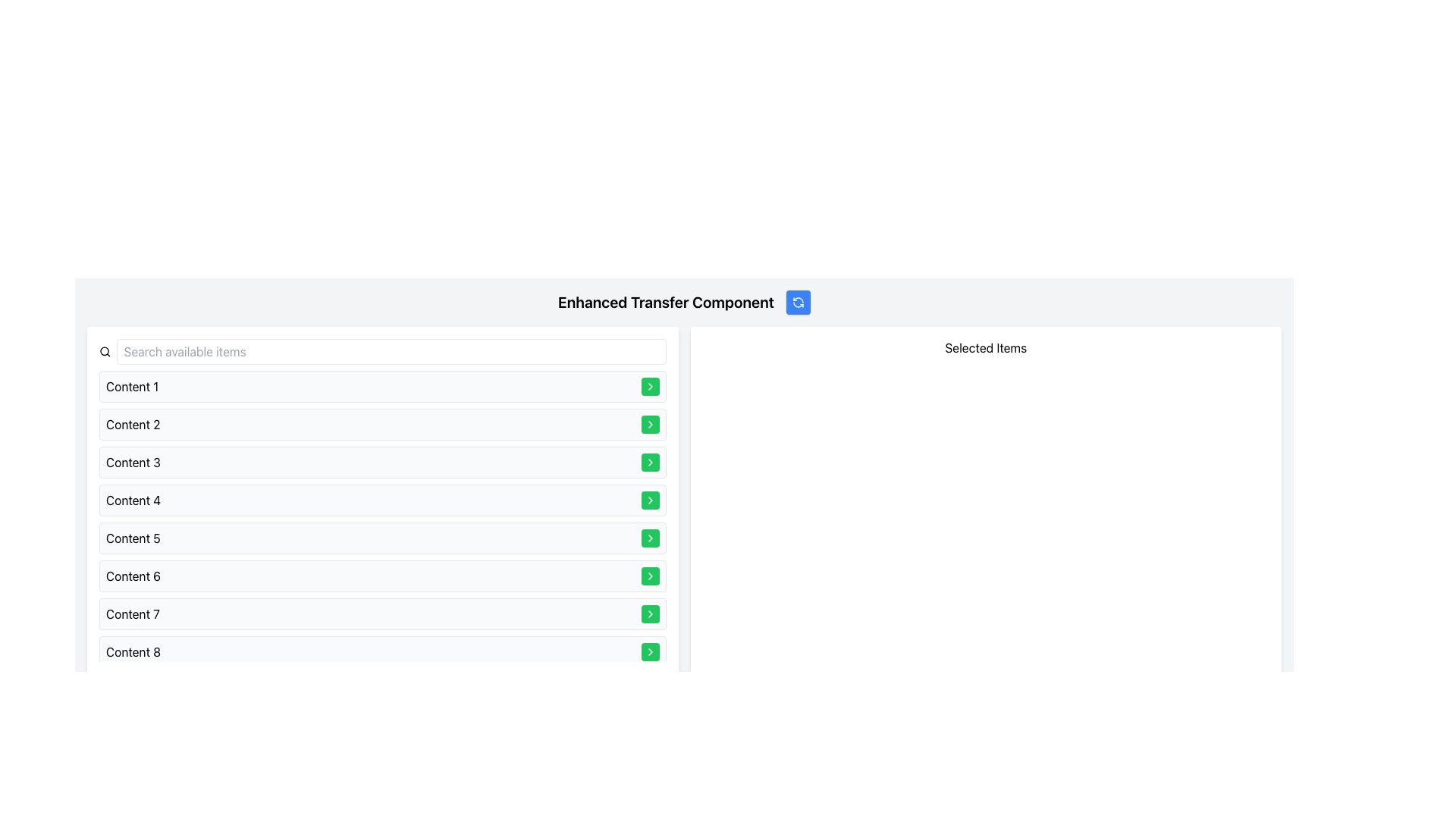 The width and height of the screenshot is (1456, 819). Describe the element at coordinates (650, 614) in the screenshot. I see `the green rounded button with a white right arrow icon, aligned with 'Content 7'` at that location.